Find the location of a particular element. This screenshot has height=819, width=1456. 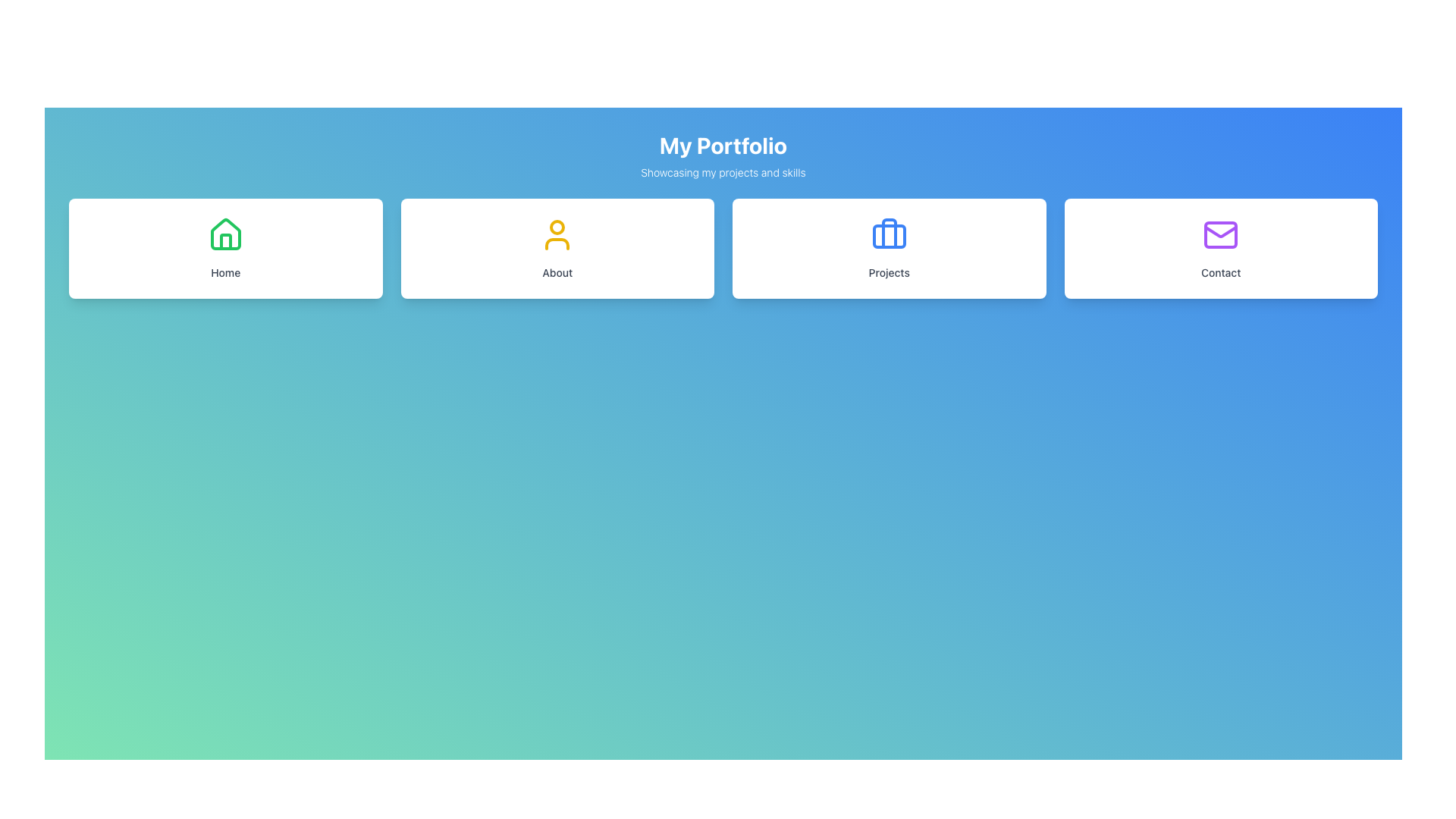

the 'About' text label located in the second card of a four-card layout, which is centrally aligned below the yellow user icon is located at coordinates (557, 271).